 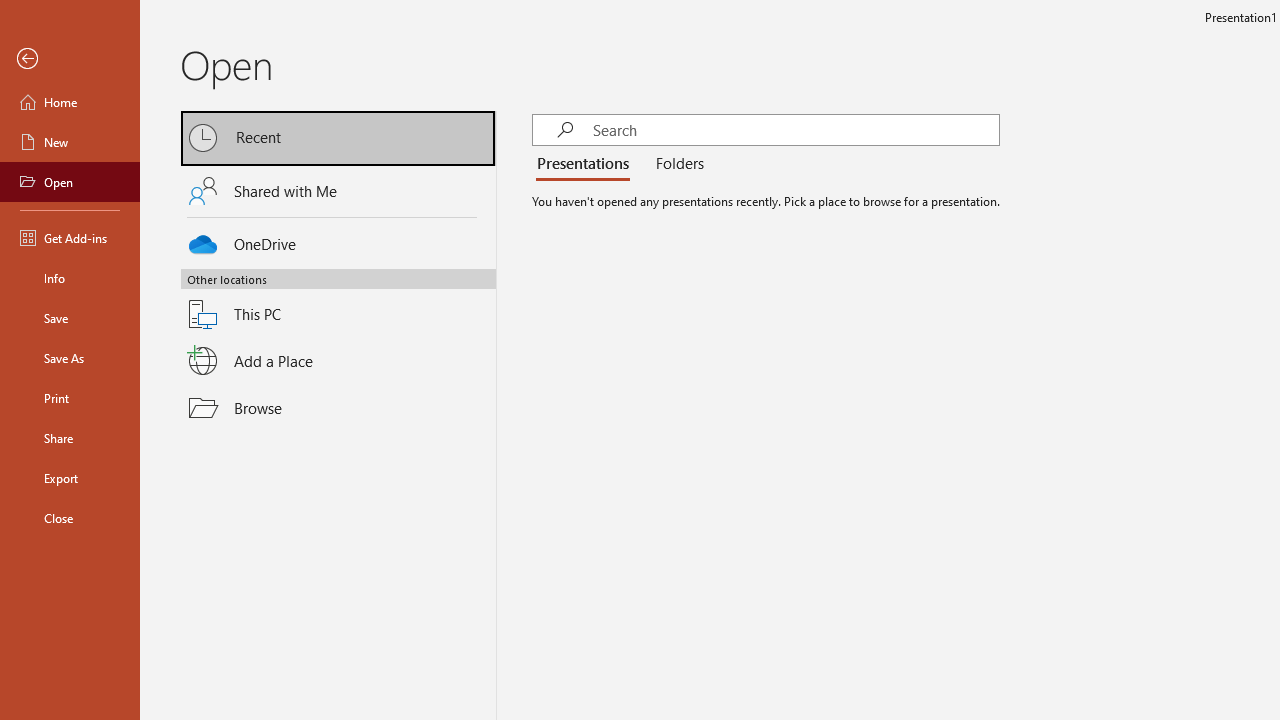 What do you see at coordinates (676, 163) in the screenshot?
I see `'Folders'` at bounding box center [676, 163].